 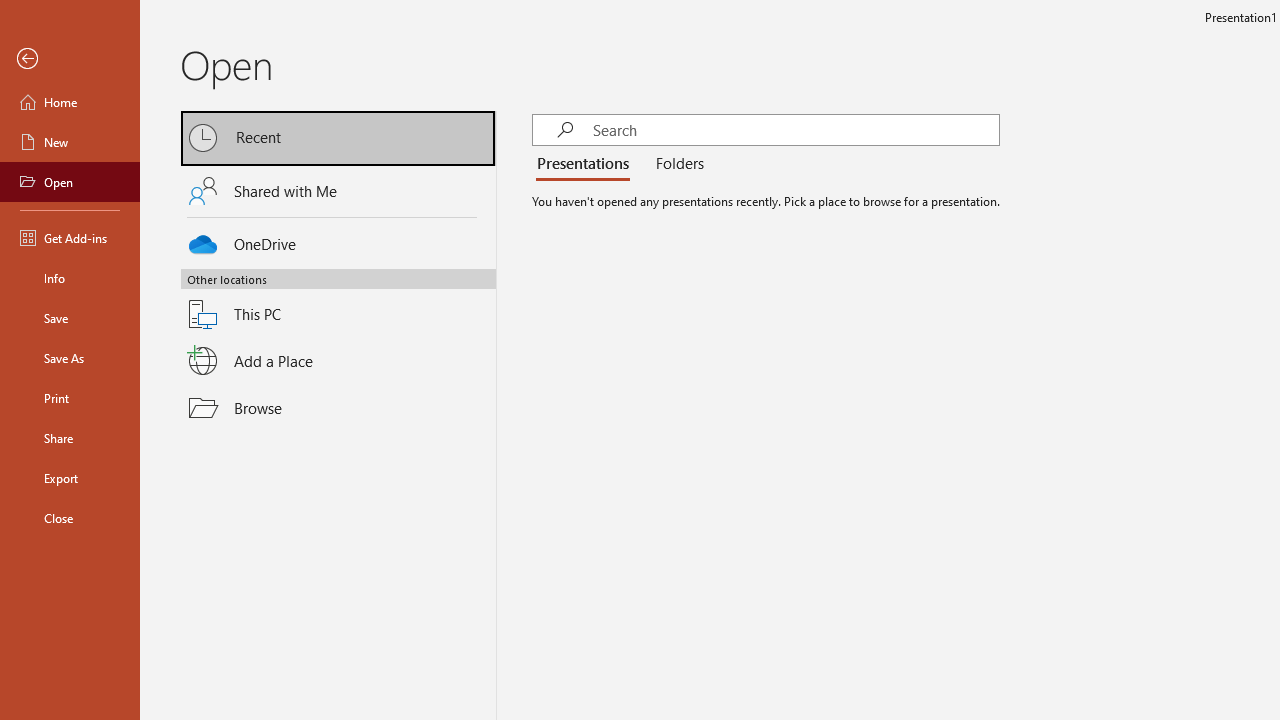 What do you see at coordinates (676, 163) in the screenshot?
I see `'Folders'` at bounding box center [676, 163].